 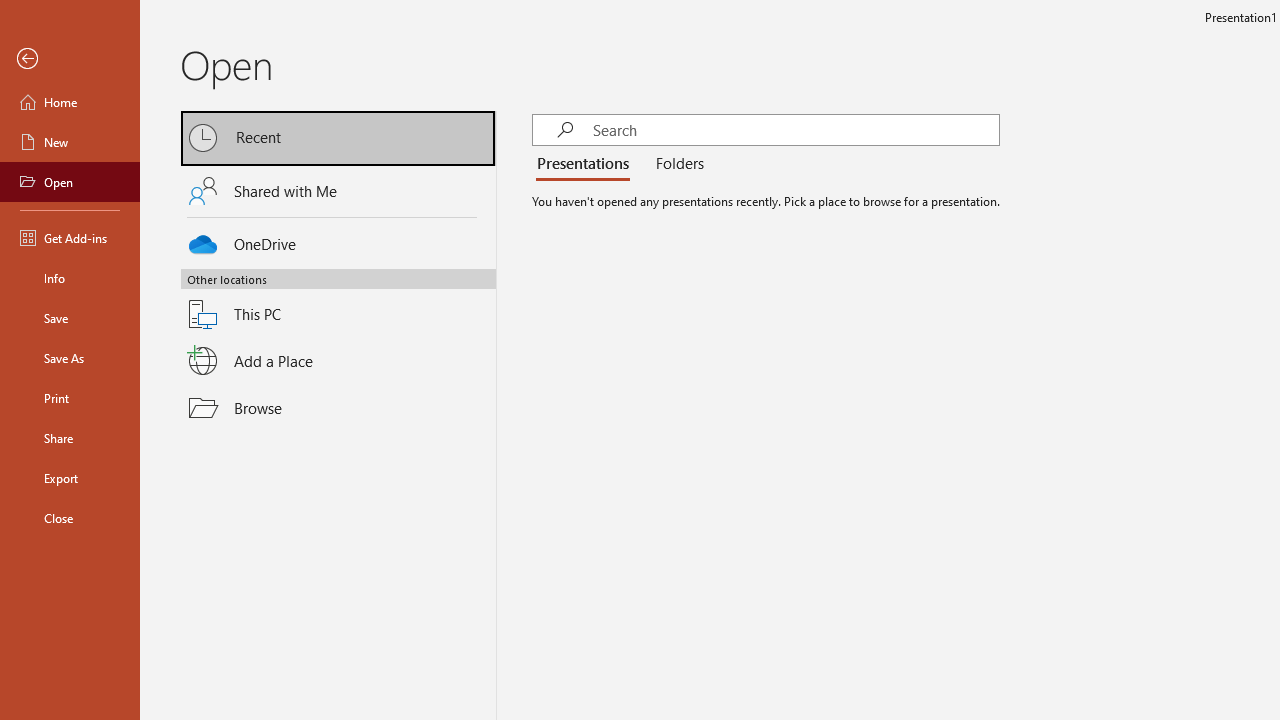 What do you see at coordinates (676, 163) in the screenshot?
I see `'Folders'` at bounding box center [676, 163].